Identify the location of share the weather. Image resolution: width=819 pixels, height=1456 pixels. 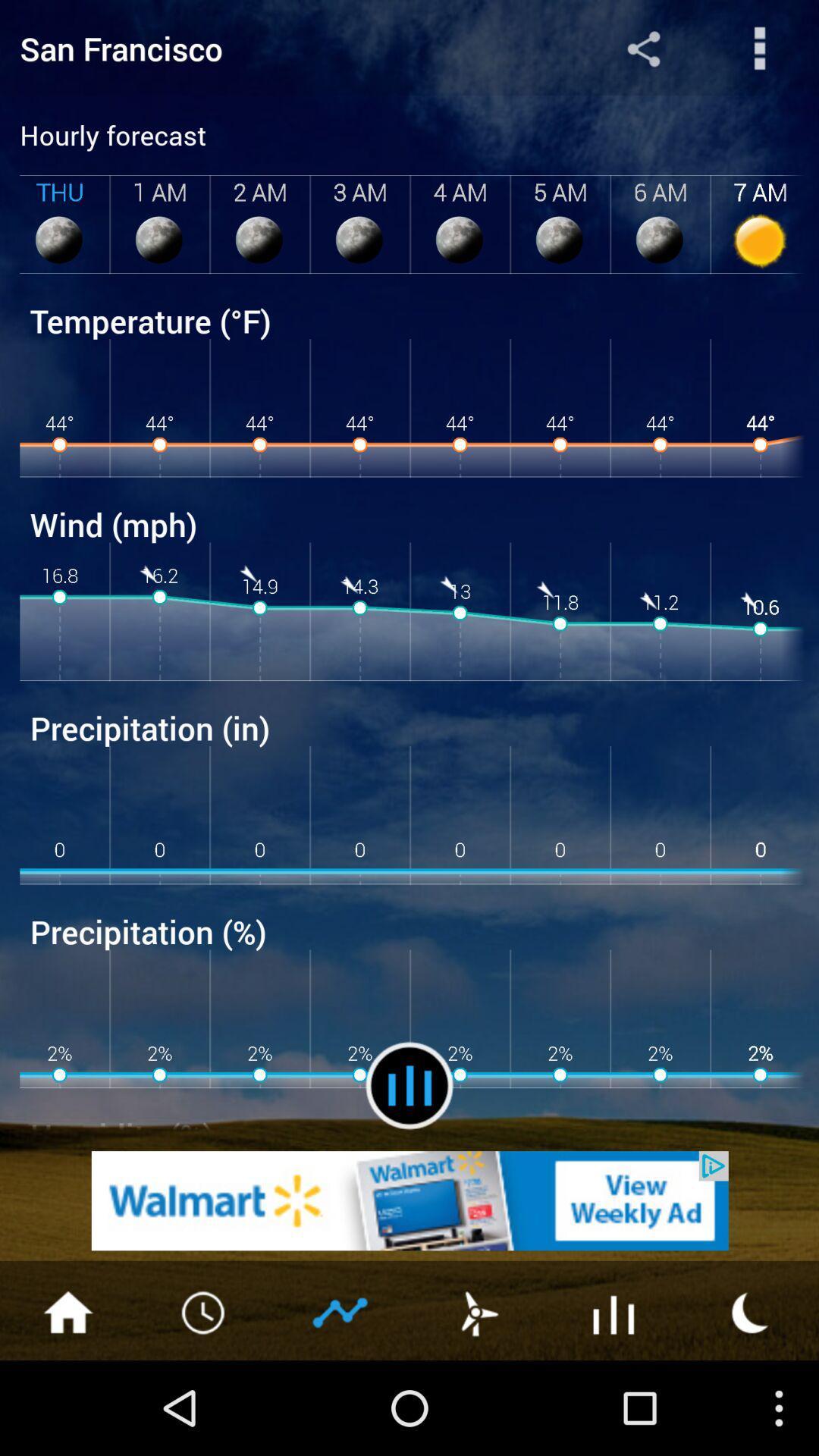
(643, 48).